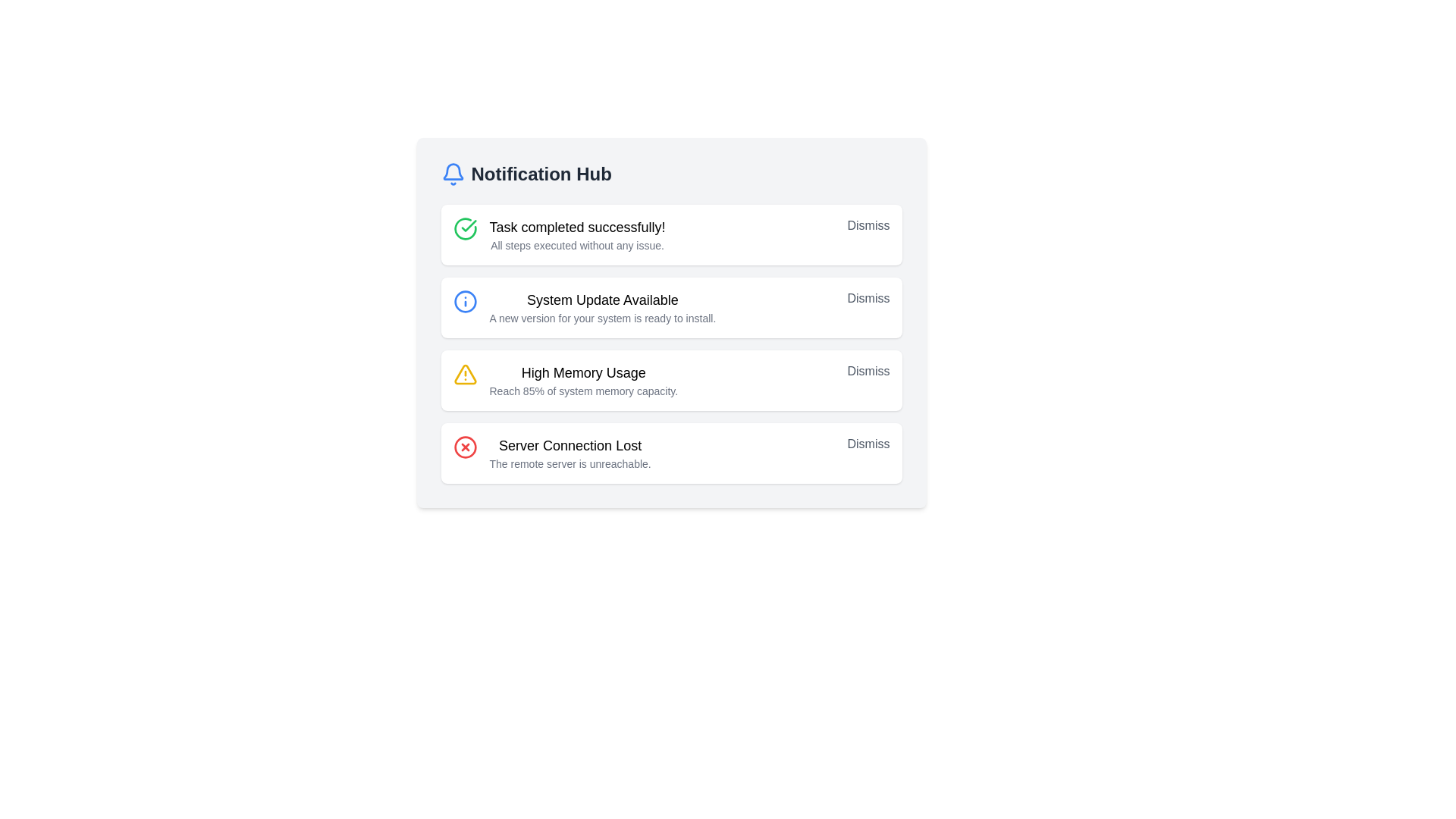  What do you see at coordinates (464, 374) in the screenshot?
I see `the triangular warning icon with a yellow outline and exclamation mark, which is positioned to the left of the 'High Memory Usage' notification text` at bounding box center [464, 374].